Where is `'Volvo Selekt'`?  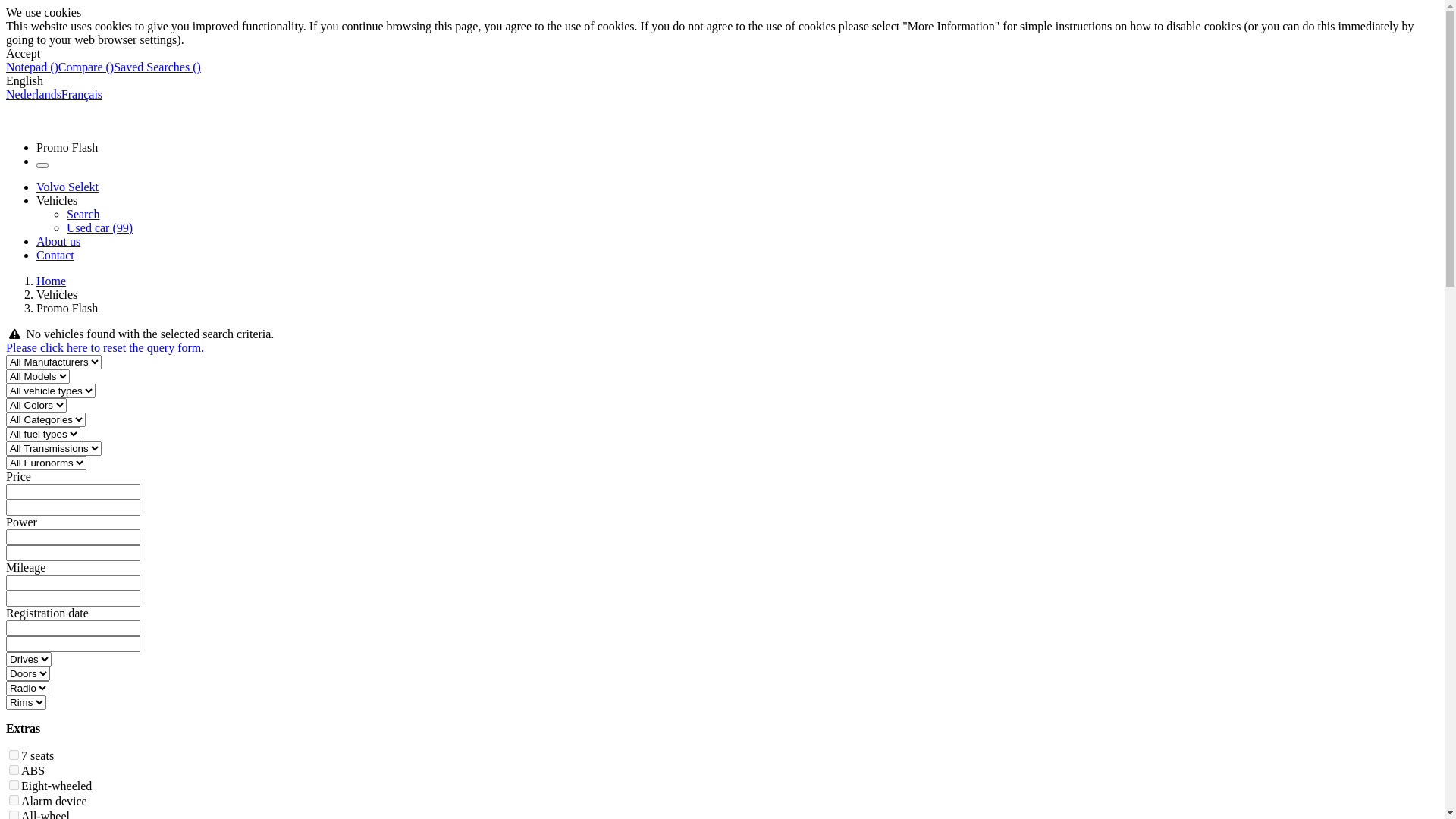 'Volvo Selekt' is located at coordinates (67, 186).